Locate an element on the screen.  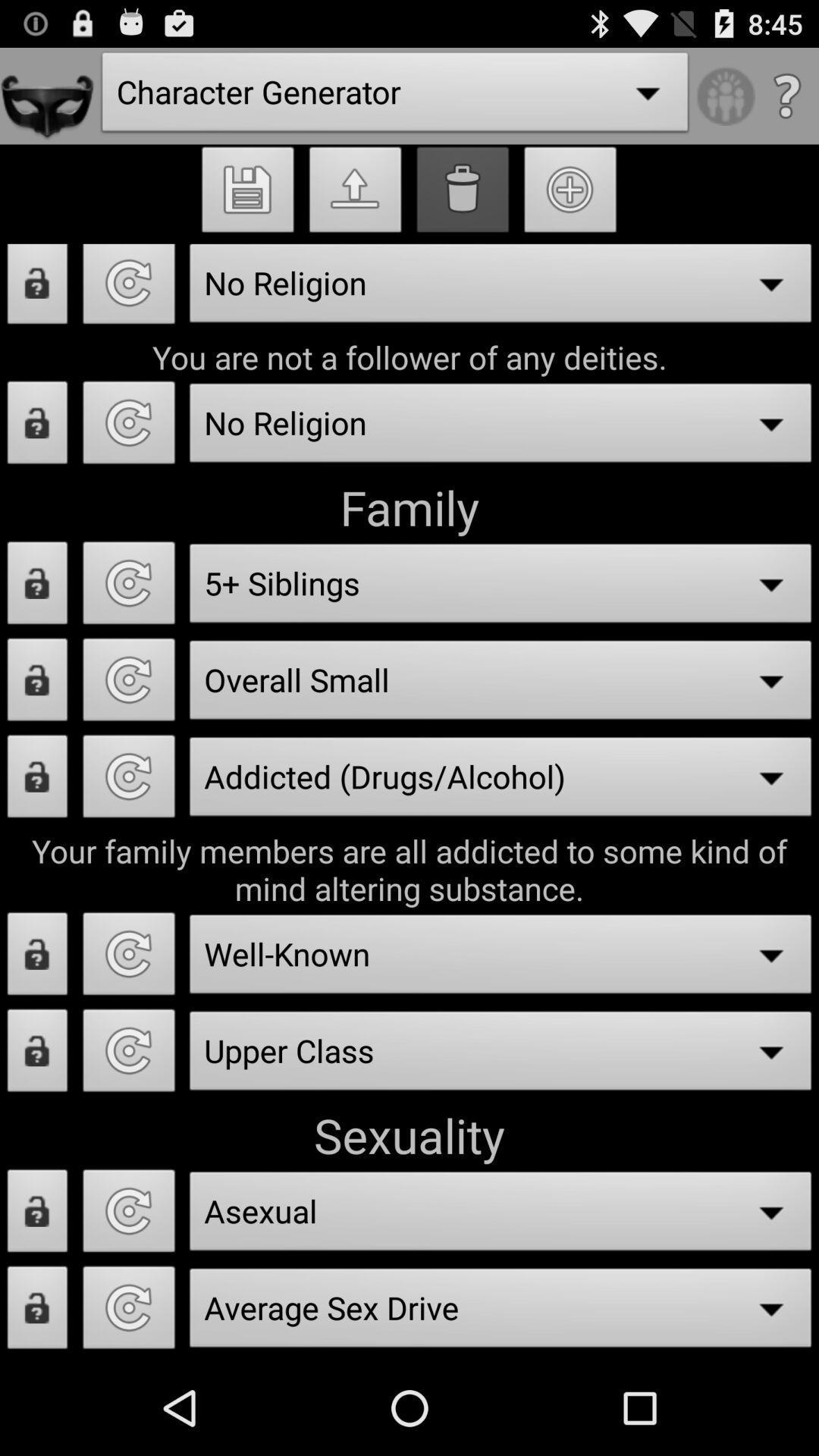
reset is located at coordinates (128, 290).